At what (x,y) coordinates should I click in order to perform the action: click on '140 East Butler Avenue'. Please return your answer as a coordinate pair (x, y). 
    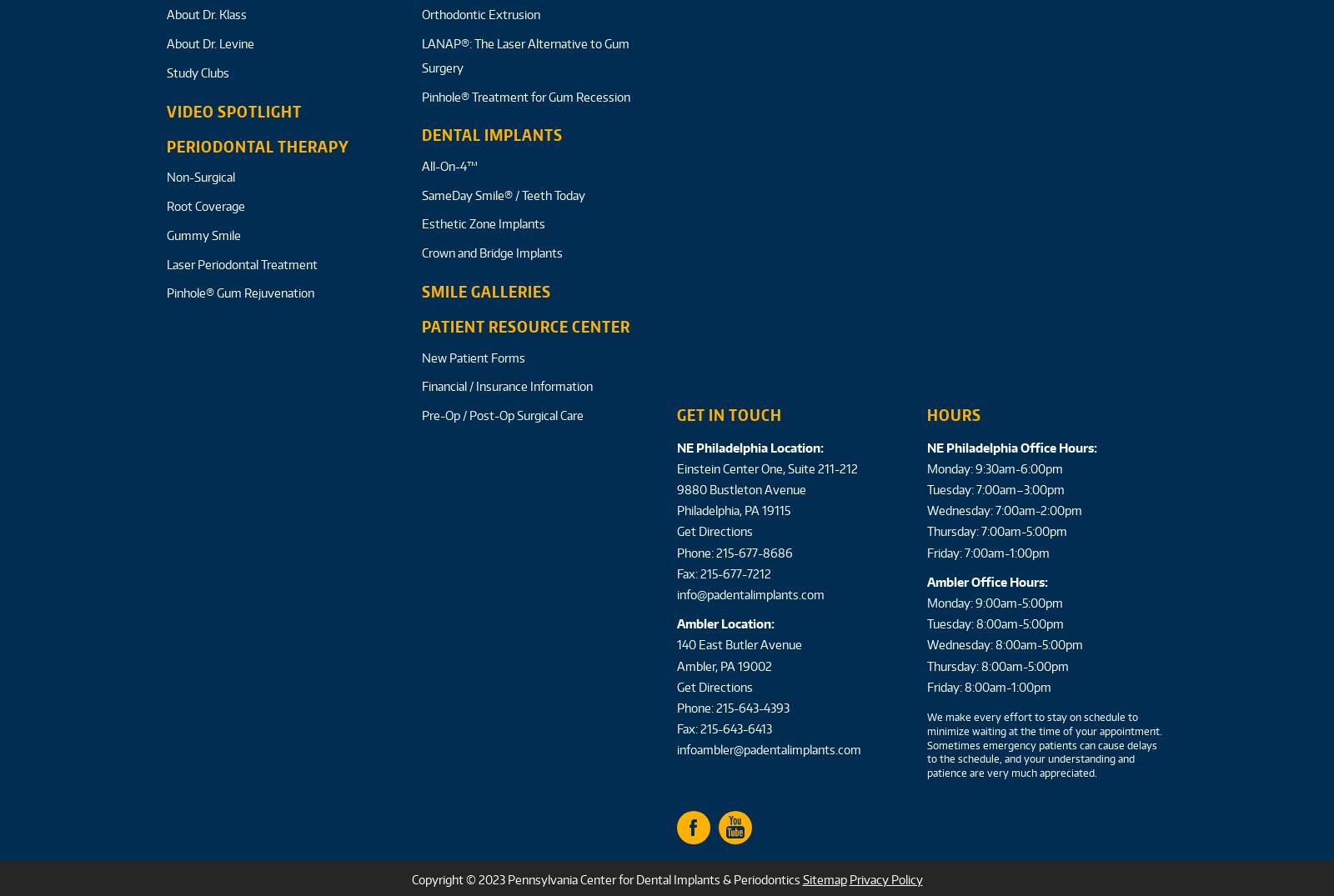
    Looking at the image, I should click on (739, 644).